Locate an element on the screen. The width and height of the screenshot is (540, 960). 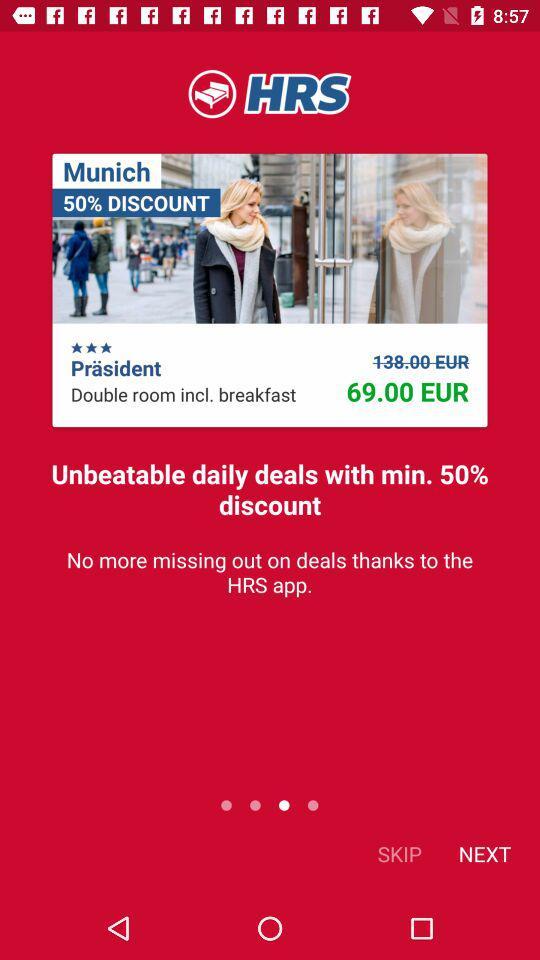
item next to skip icon is located at coordinates (483, 852).